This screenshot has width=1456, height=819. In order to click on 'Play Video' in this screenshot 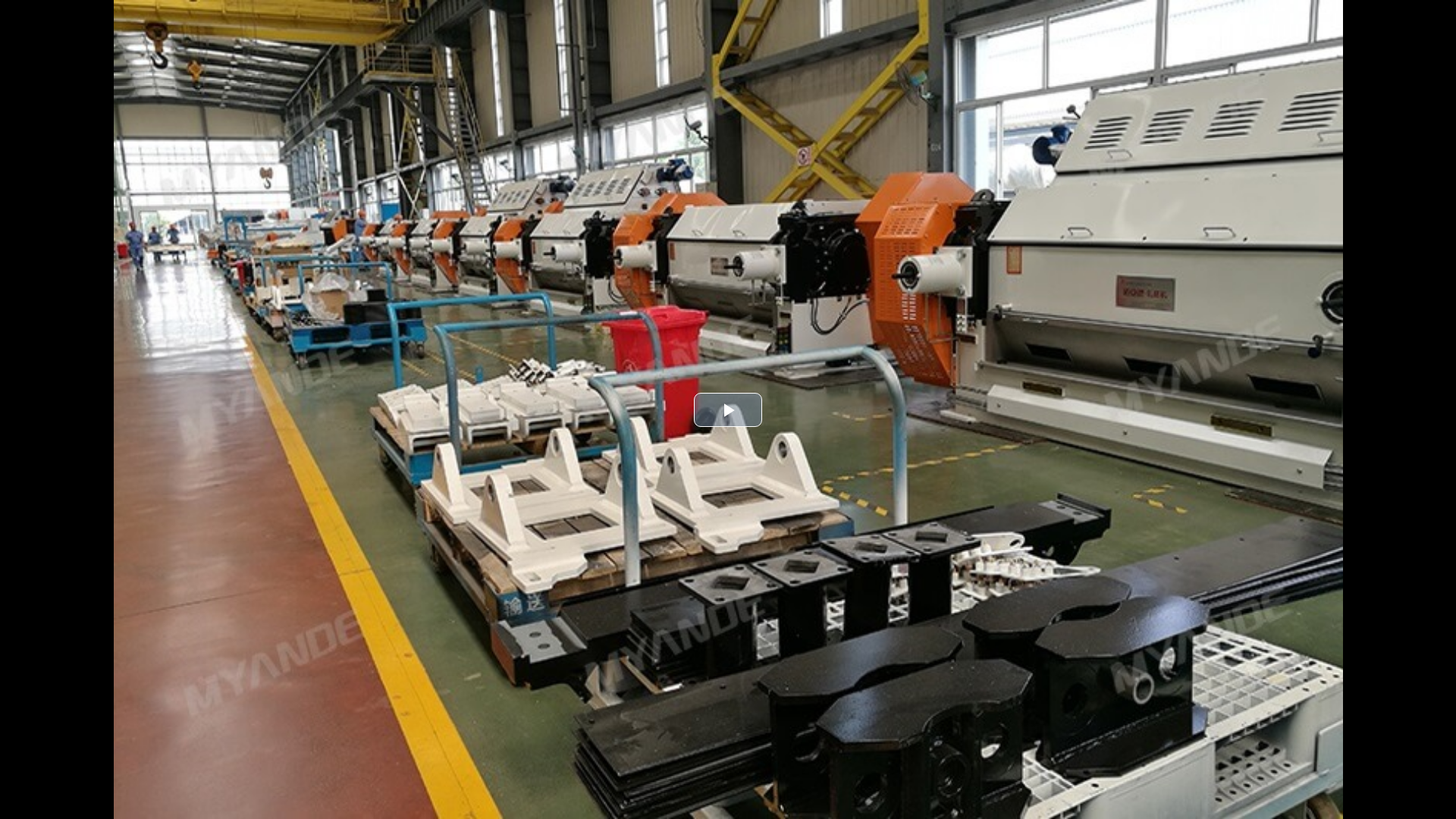, I will do `click(728, 409)`.